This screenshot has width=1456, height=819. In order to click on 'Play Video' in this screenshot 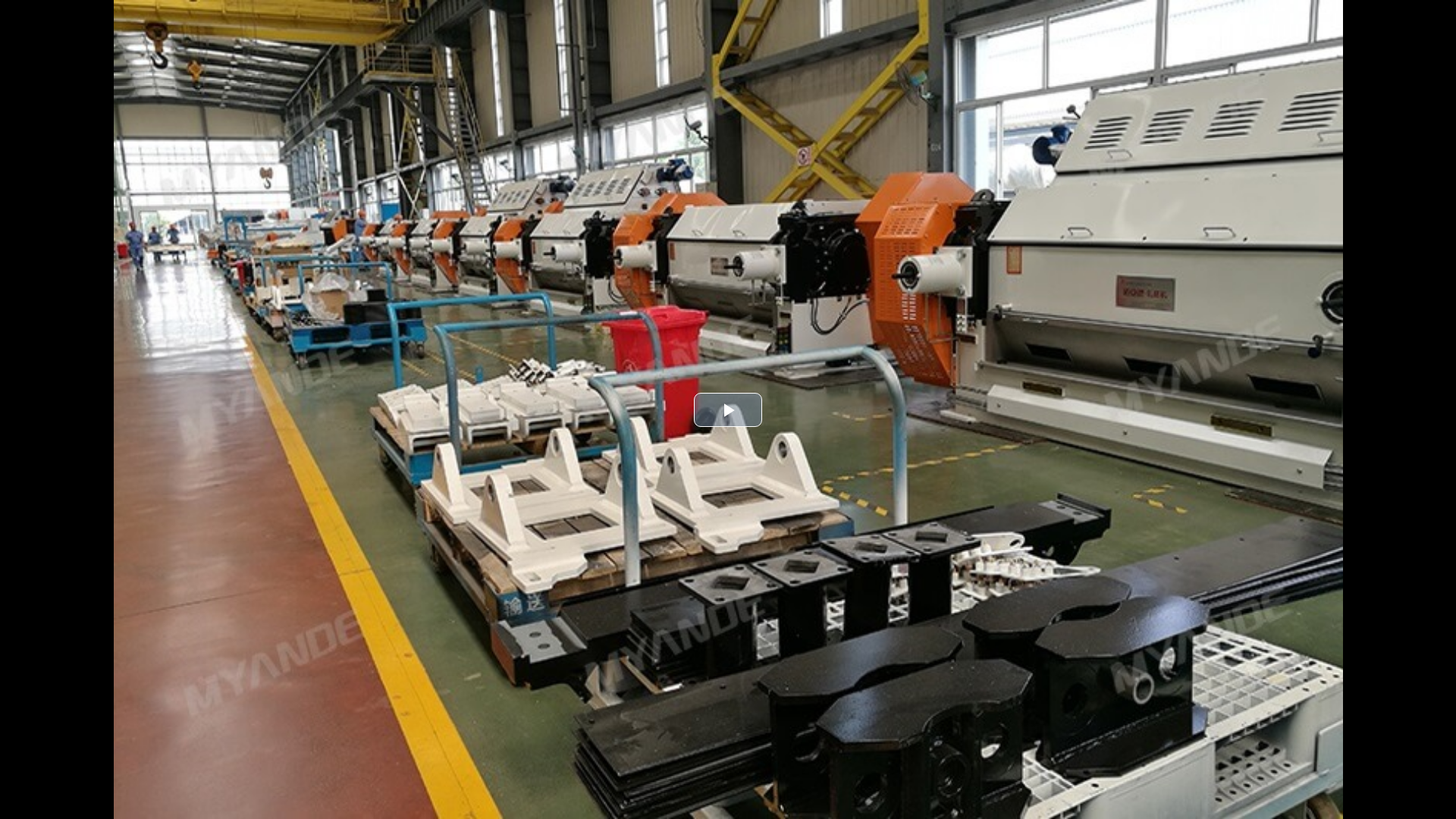, I will do `click(728, 409)`.